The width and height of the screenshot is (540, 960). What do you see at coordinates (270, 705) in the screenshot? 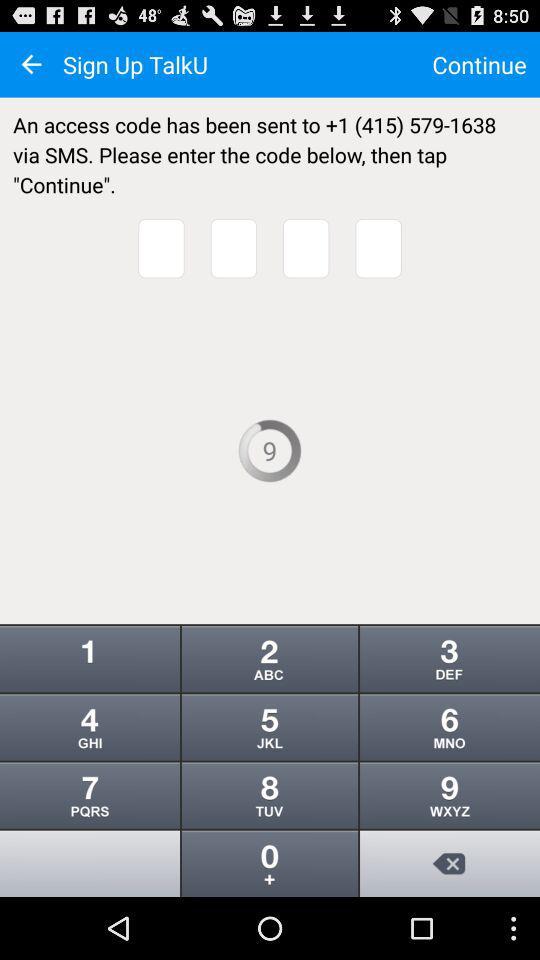
I see `the more icon` at bounding box center [270, 705].